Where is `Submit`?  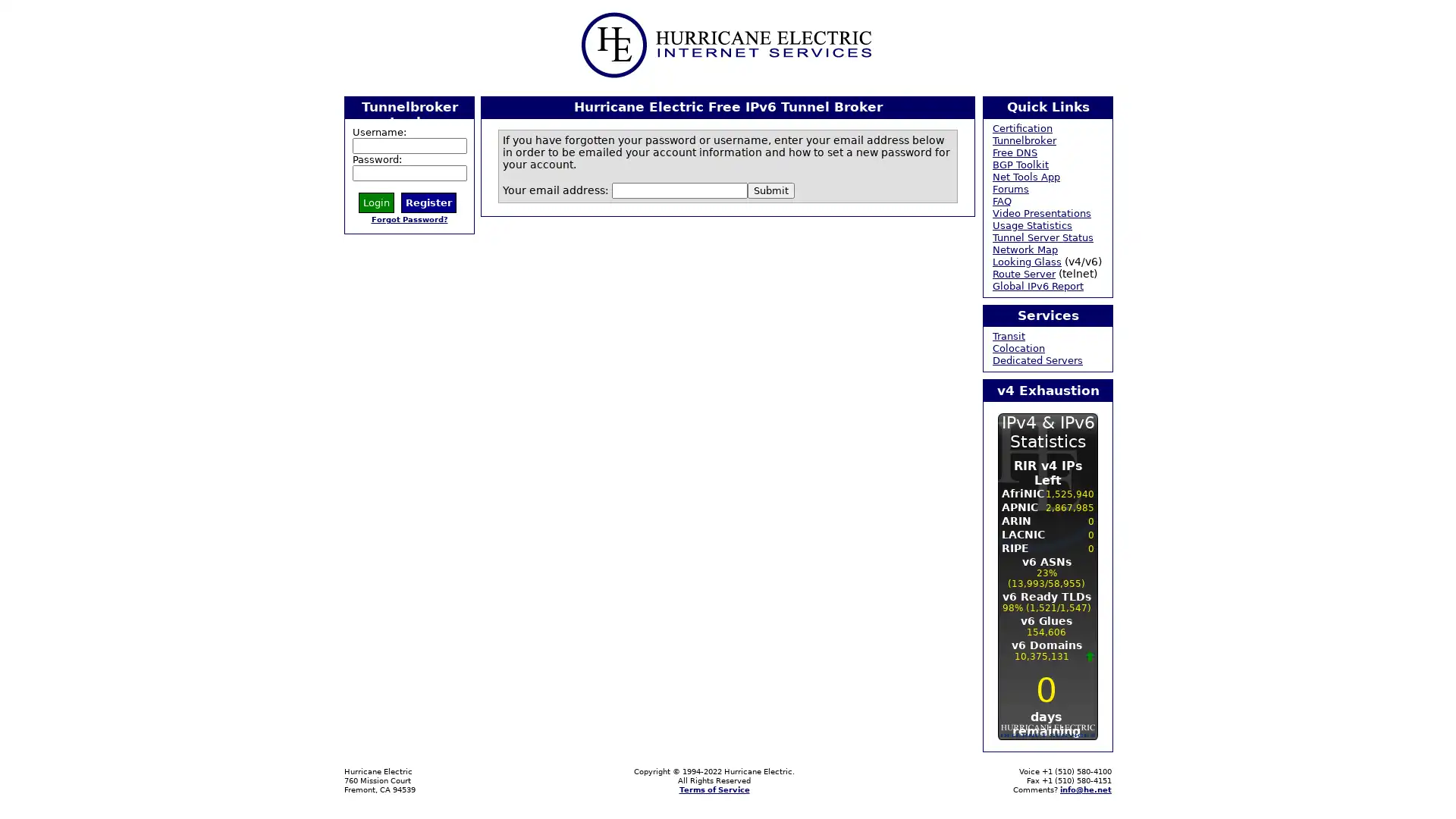 Submit is located at coordinates (771, 189).